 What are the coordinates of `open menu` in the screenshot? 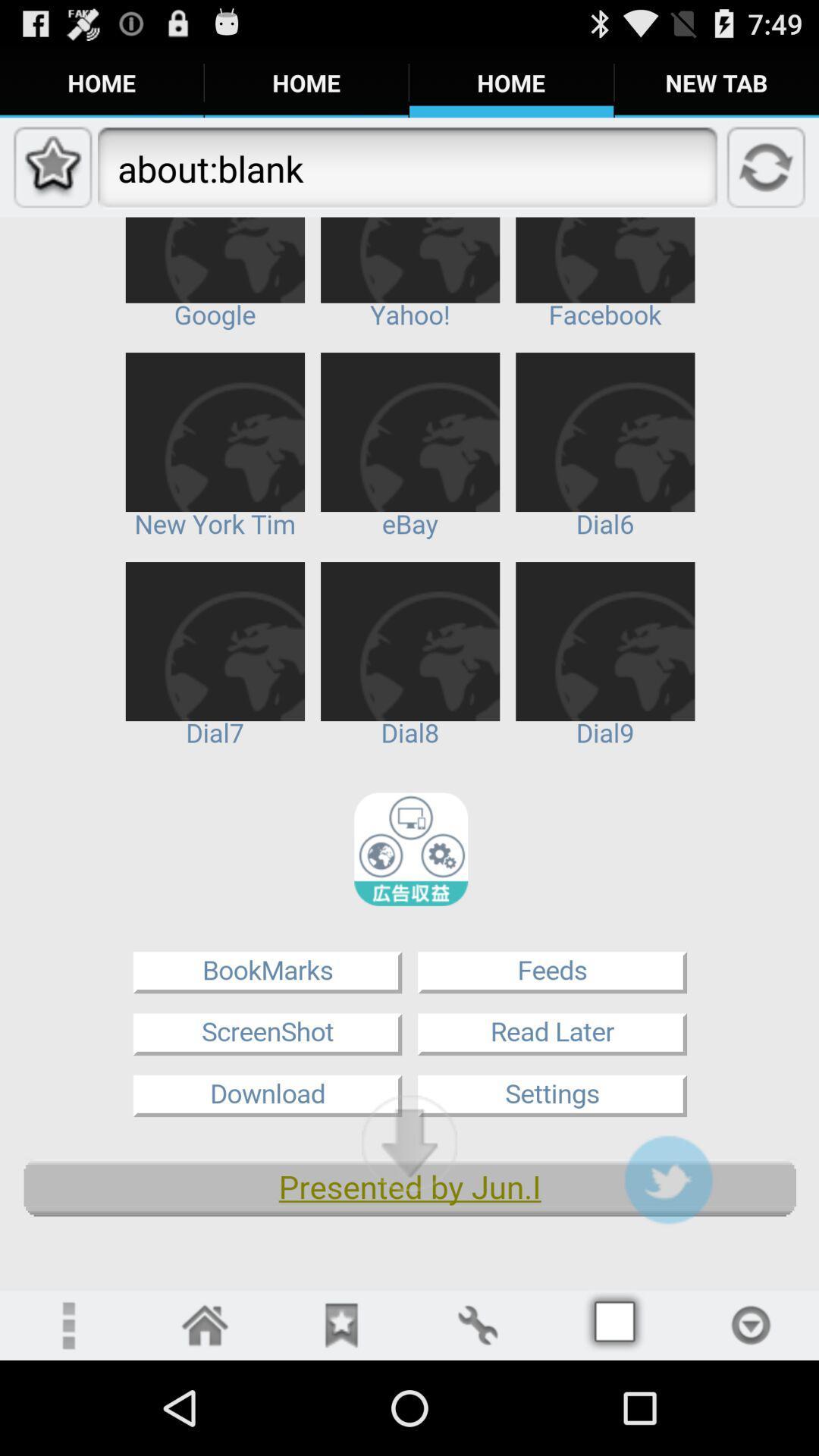 It's located at (67, 1324).